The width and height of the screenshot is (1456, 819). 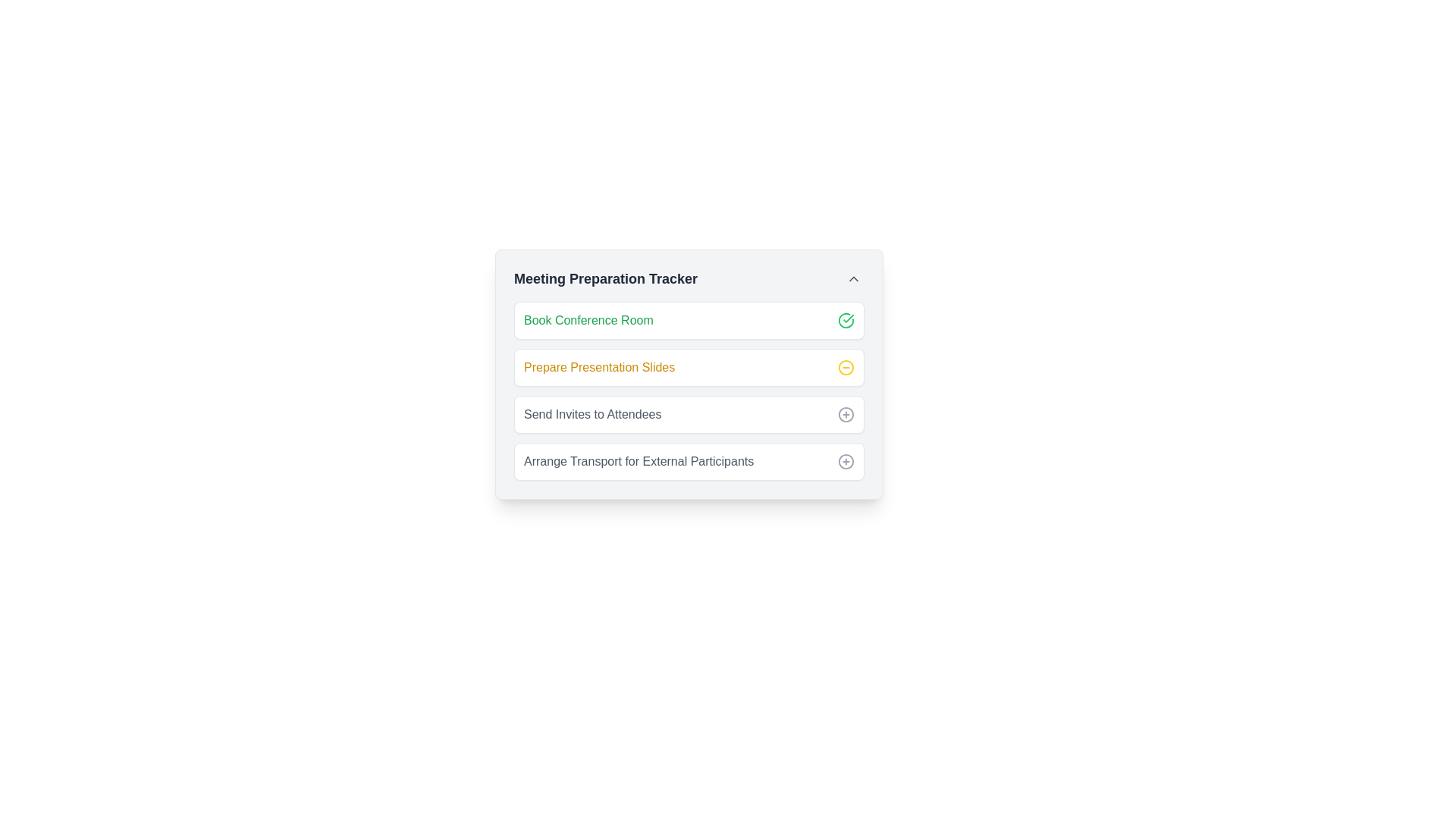 What do you see at coordinates (588, 320) in the screenshot?
I see `the text label displaying 'Book Conference Room' in green, indicating an active task in the Meeting Preparation Tracker` at bounding box center [588, 320].